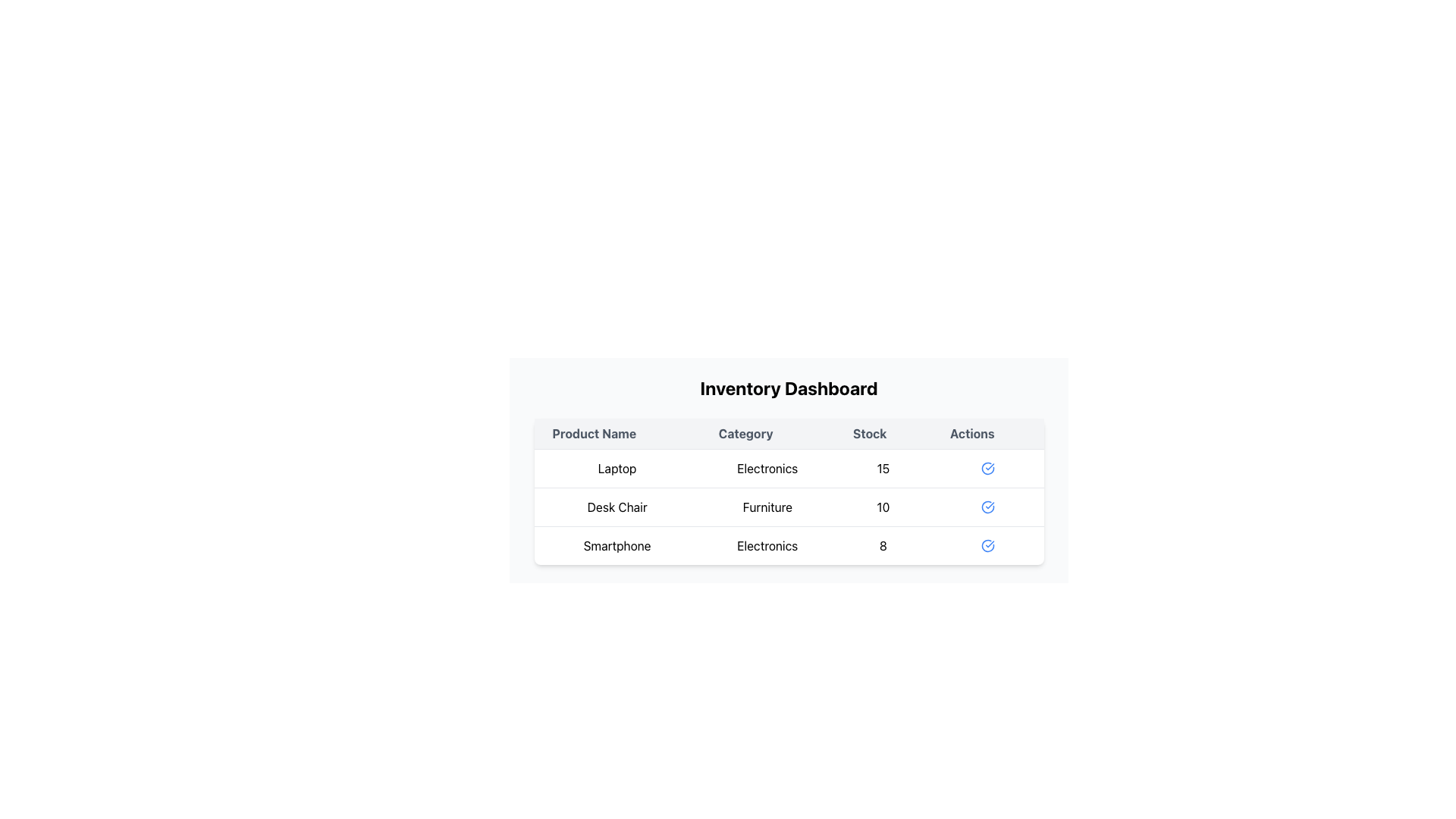  I want to click on the circular icon with a check mark inside, styled with a blue border and transparent background, located in the 'Actions' column of the third row in the 'Inventory Dashboard' table, so click(987, 546).